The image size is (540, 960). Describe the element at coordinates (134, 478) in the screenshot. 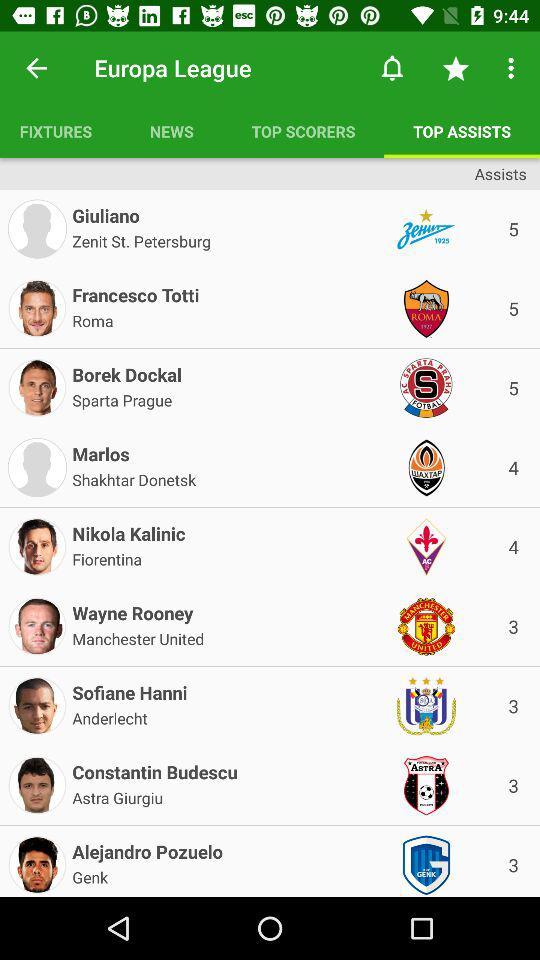

I see `item above the nikola kalinic icon` at that location.